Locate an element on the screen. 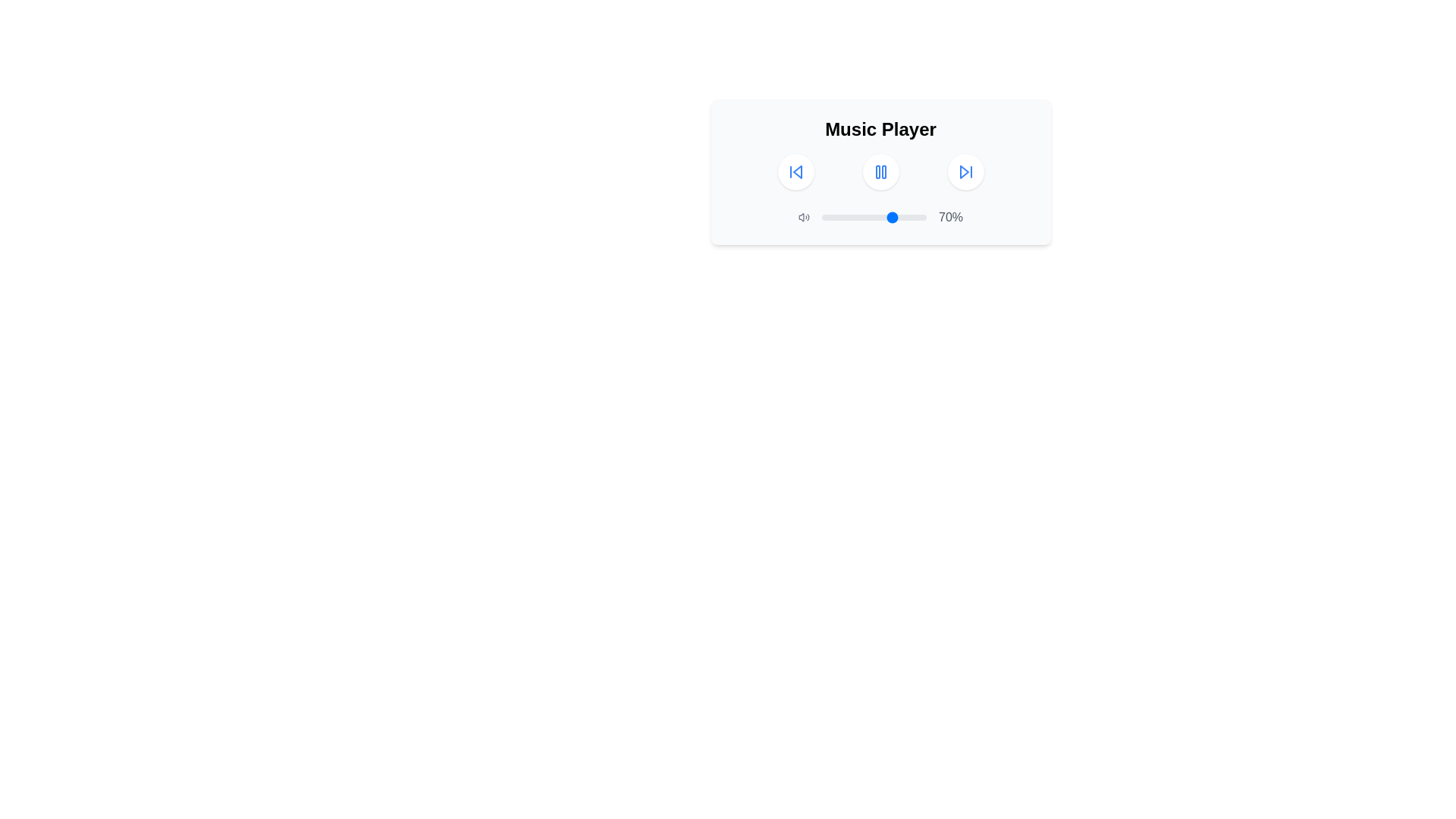 Image resolution: width=1456 pixels, height=819 pixels. the circular skip-forward button with a blue triangle icon located in the music player control panel to skip forward is located at coordinates (965, 171).